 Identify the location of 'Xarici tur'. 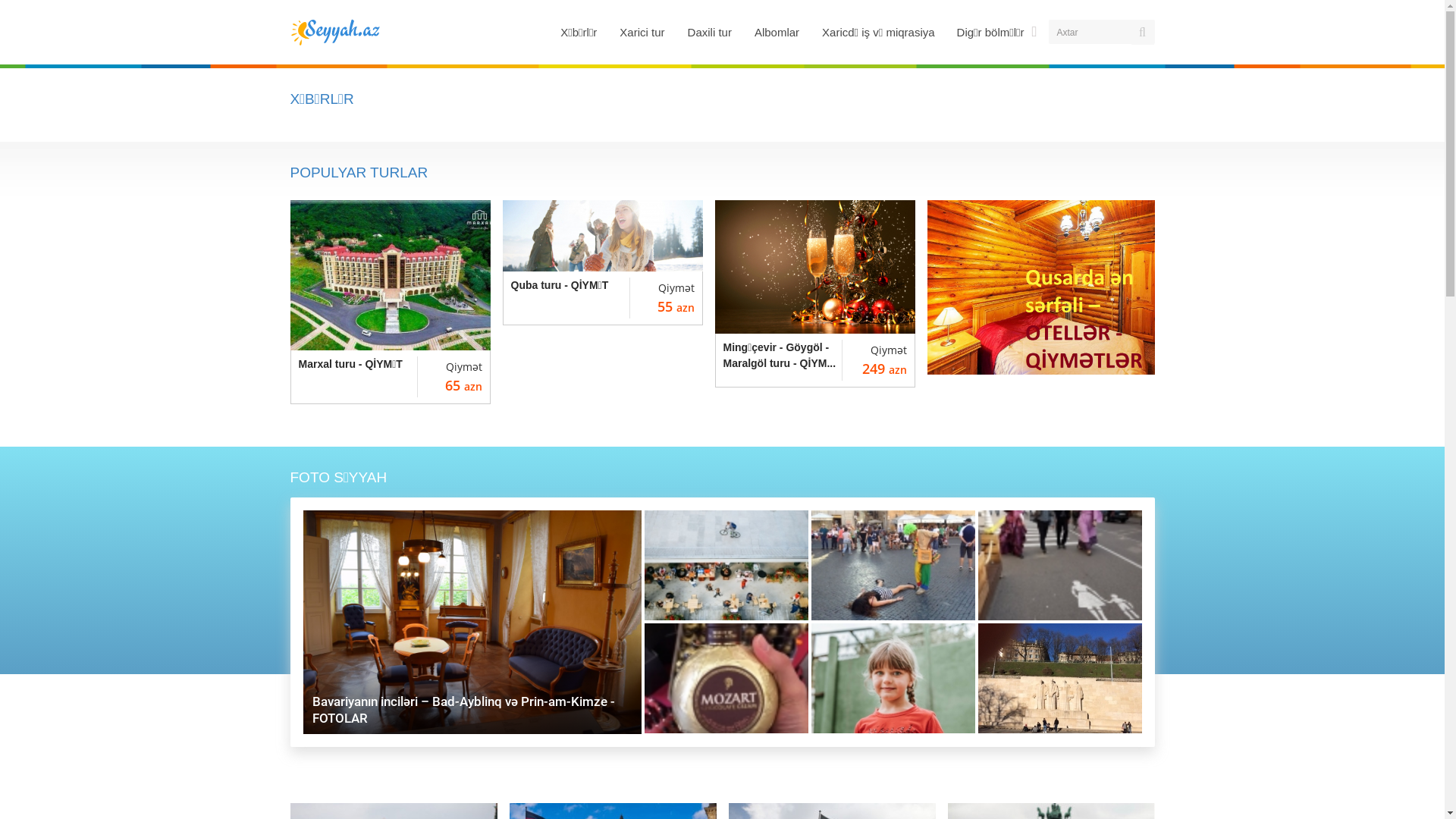
(642, 32).